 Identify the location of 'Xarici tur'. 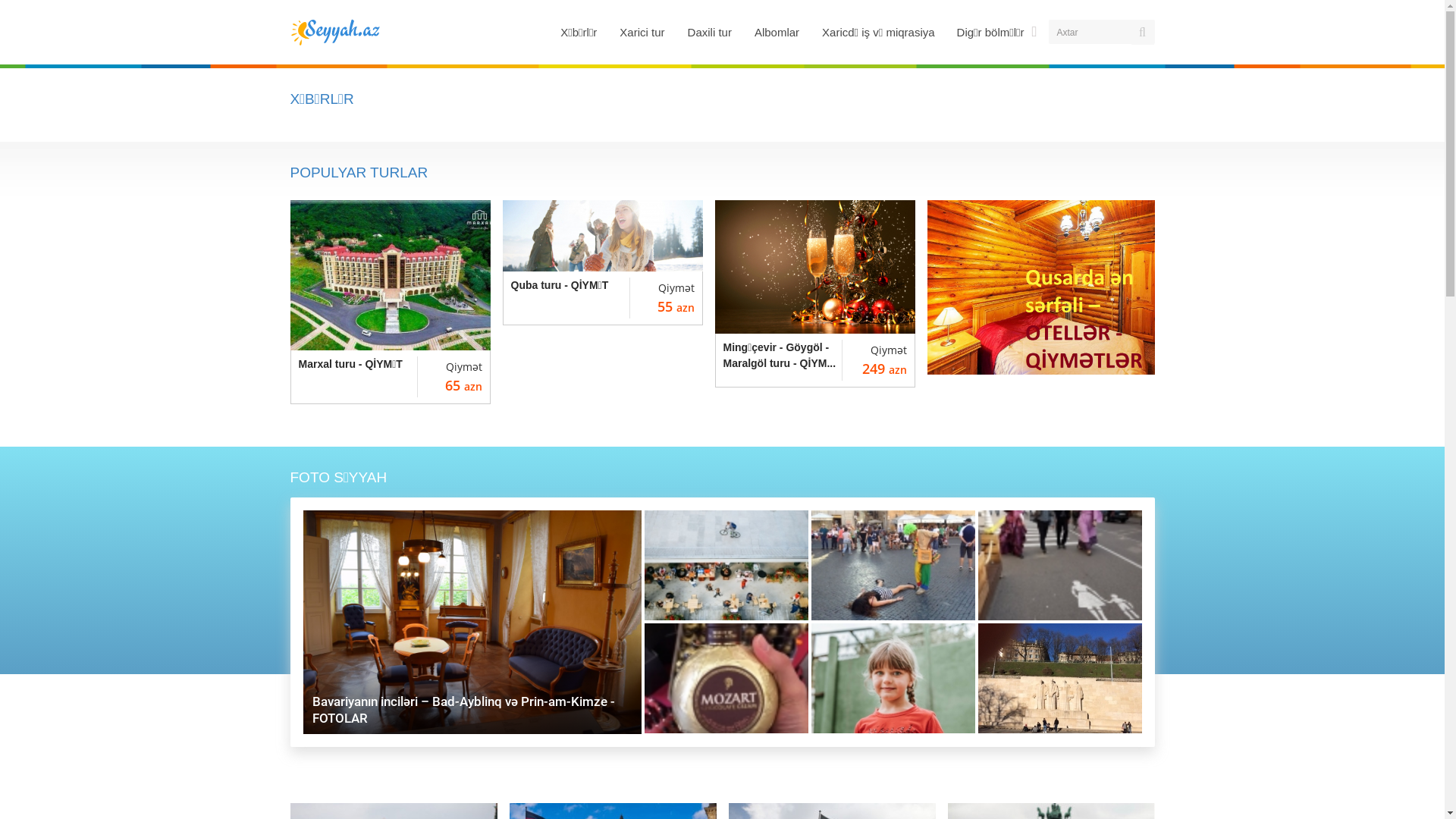
(642, 32).